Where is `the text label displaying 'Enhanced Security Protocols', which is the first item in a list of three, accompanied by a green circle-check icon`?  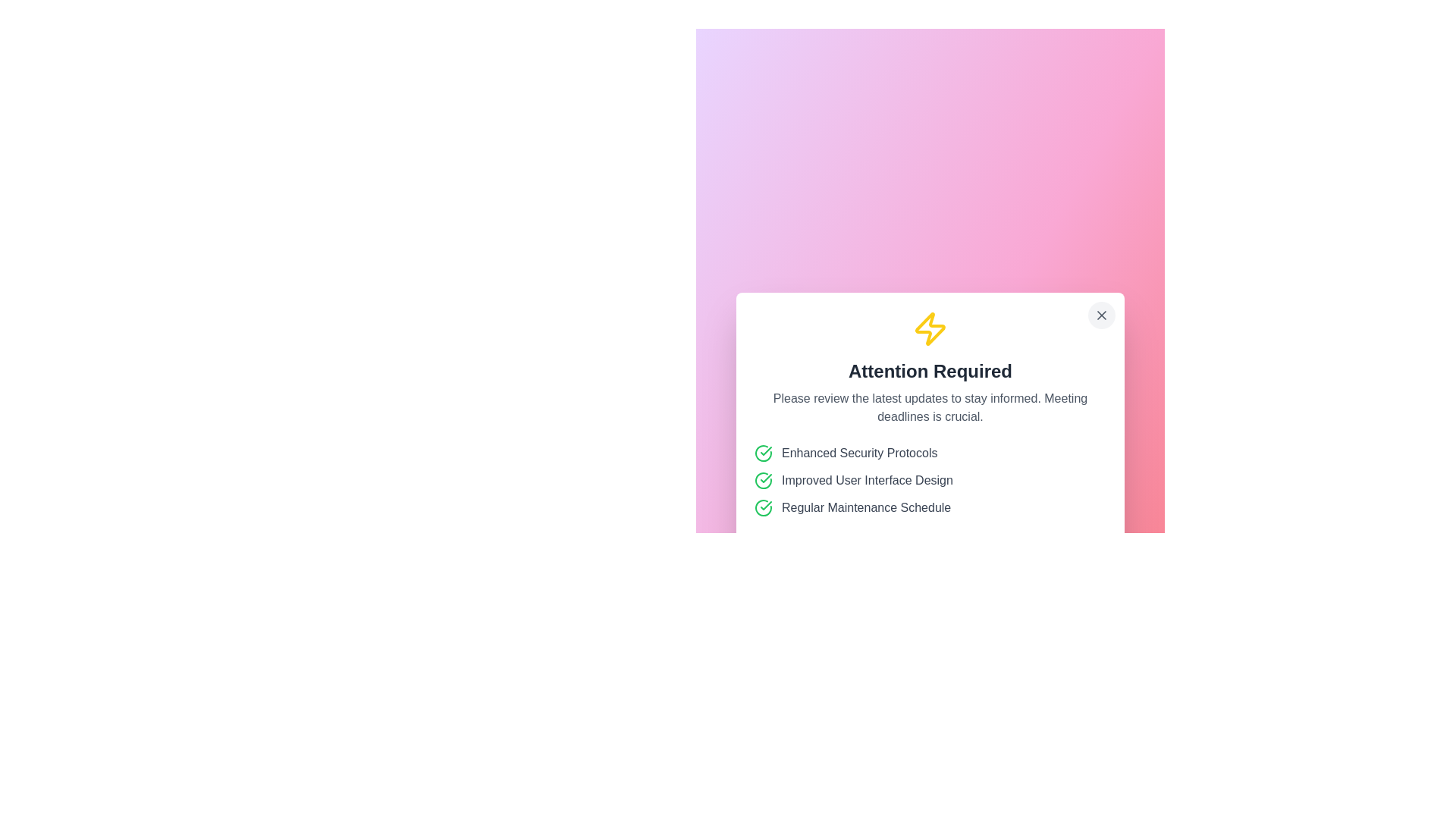 the text label displaying 'Enhanced Security Protocols', which is the first item in a list of three, accompanied by a green circle-check icon is located at coordinates (859, 452).